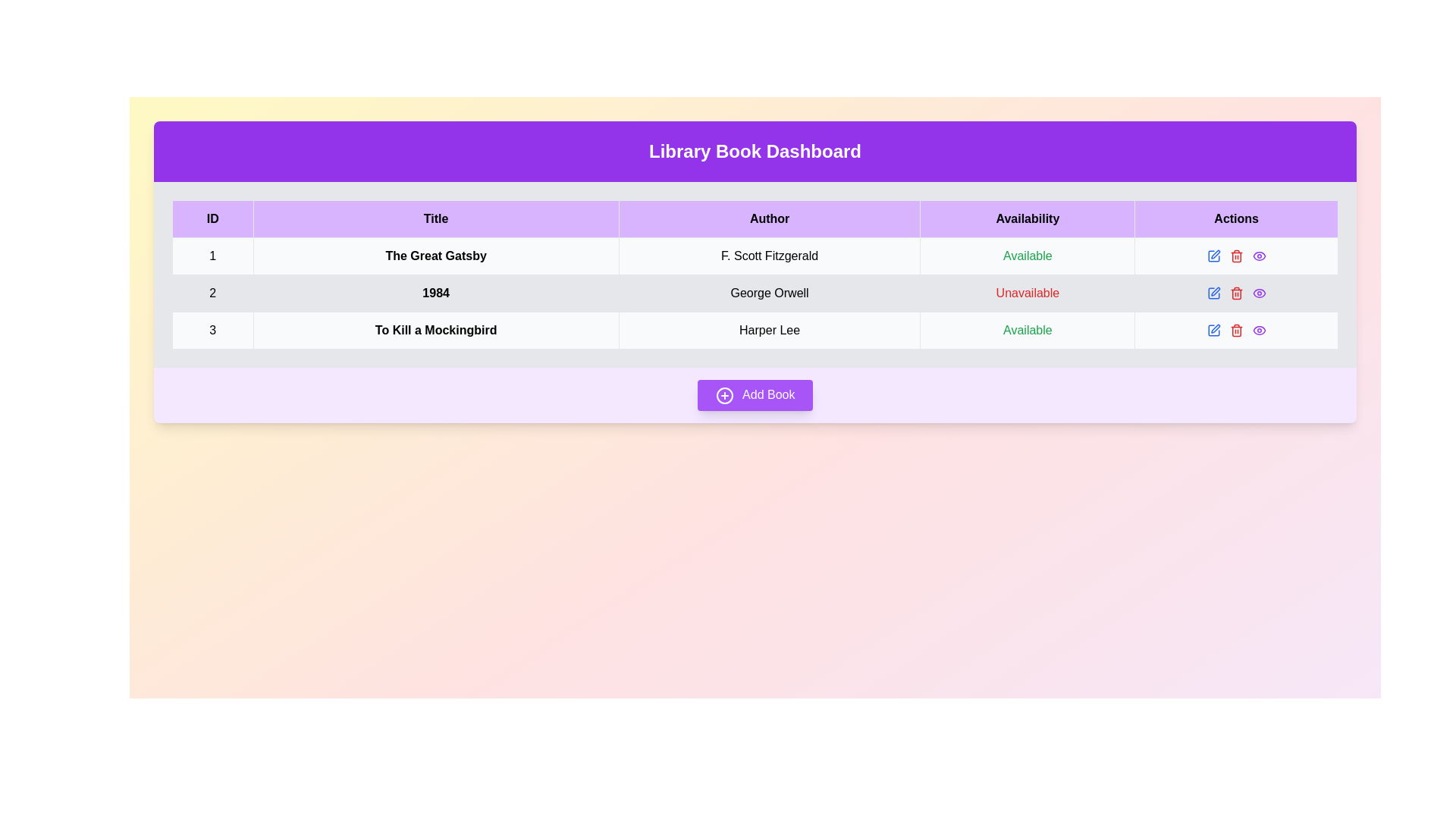 Image resolution: width=1456 pixels, height=819 pixels. Describe the element at coordinates (1236, 329) in the screenshot. I see `the edit icon located in the 'Actions' column of the last row in the table for the book 'To Kill a Mockingbird' to modify the entry` at that location.